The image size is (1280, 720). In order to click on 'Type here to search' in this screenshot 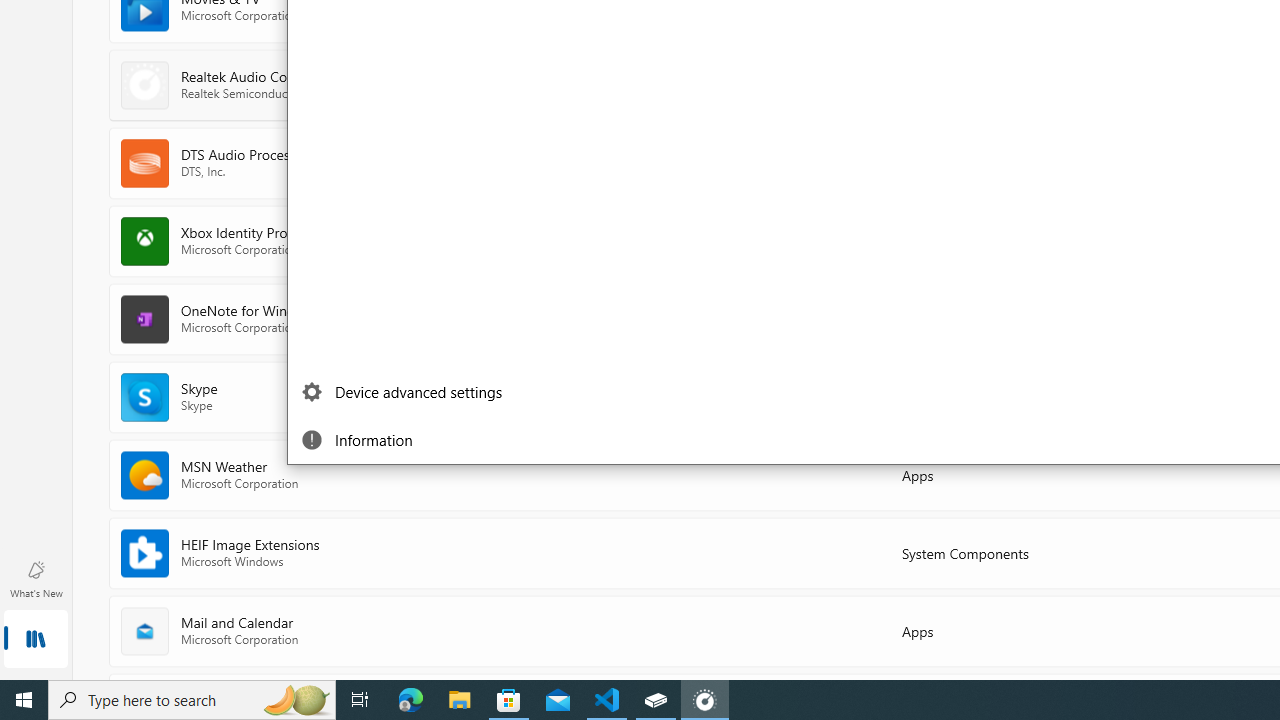, I will do `click(192, 698)`.